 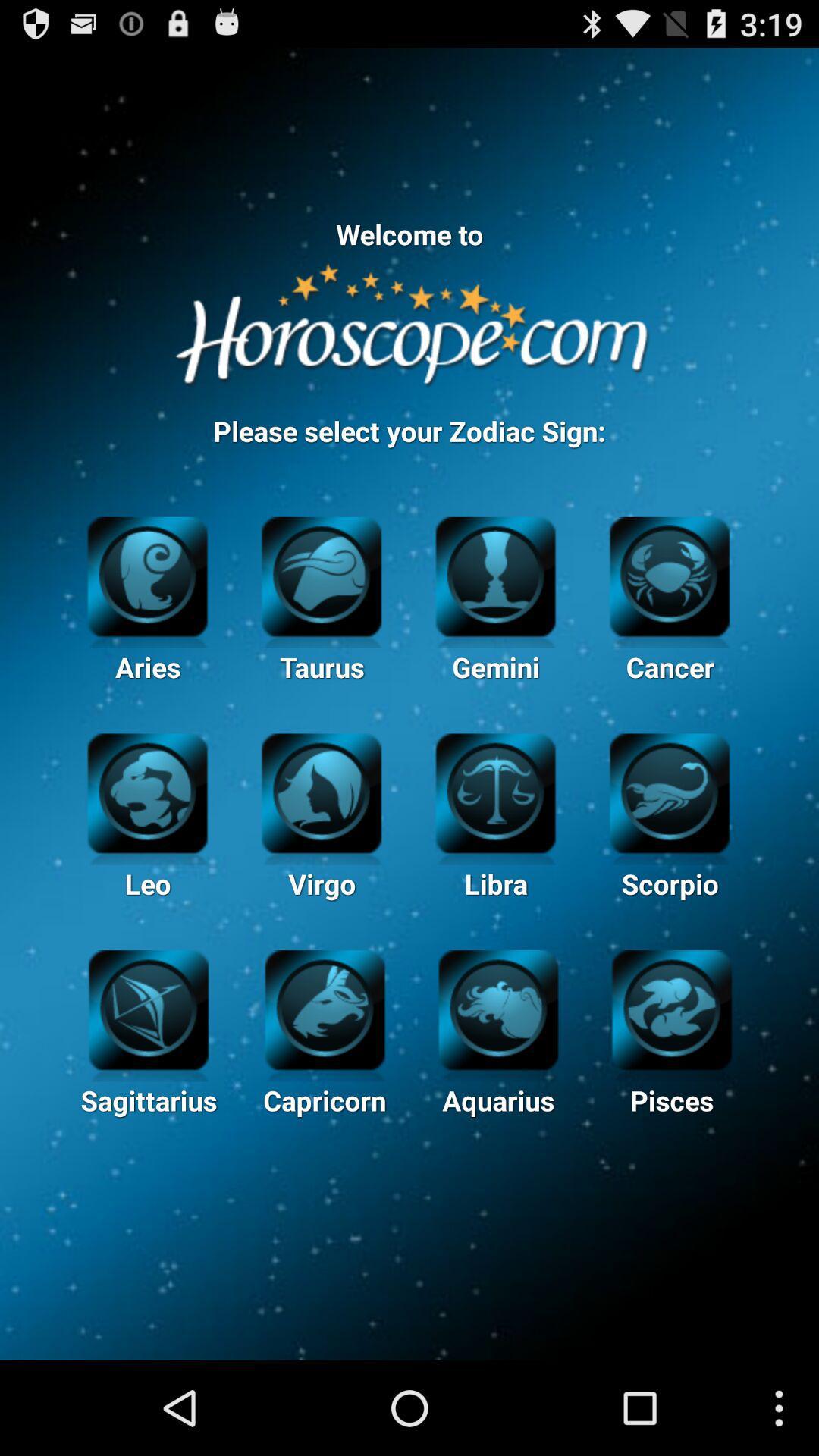 I want to click on select, so click(x=149, y=1008).